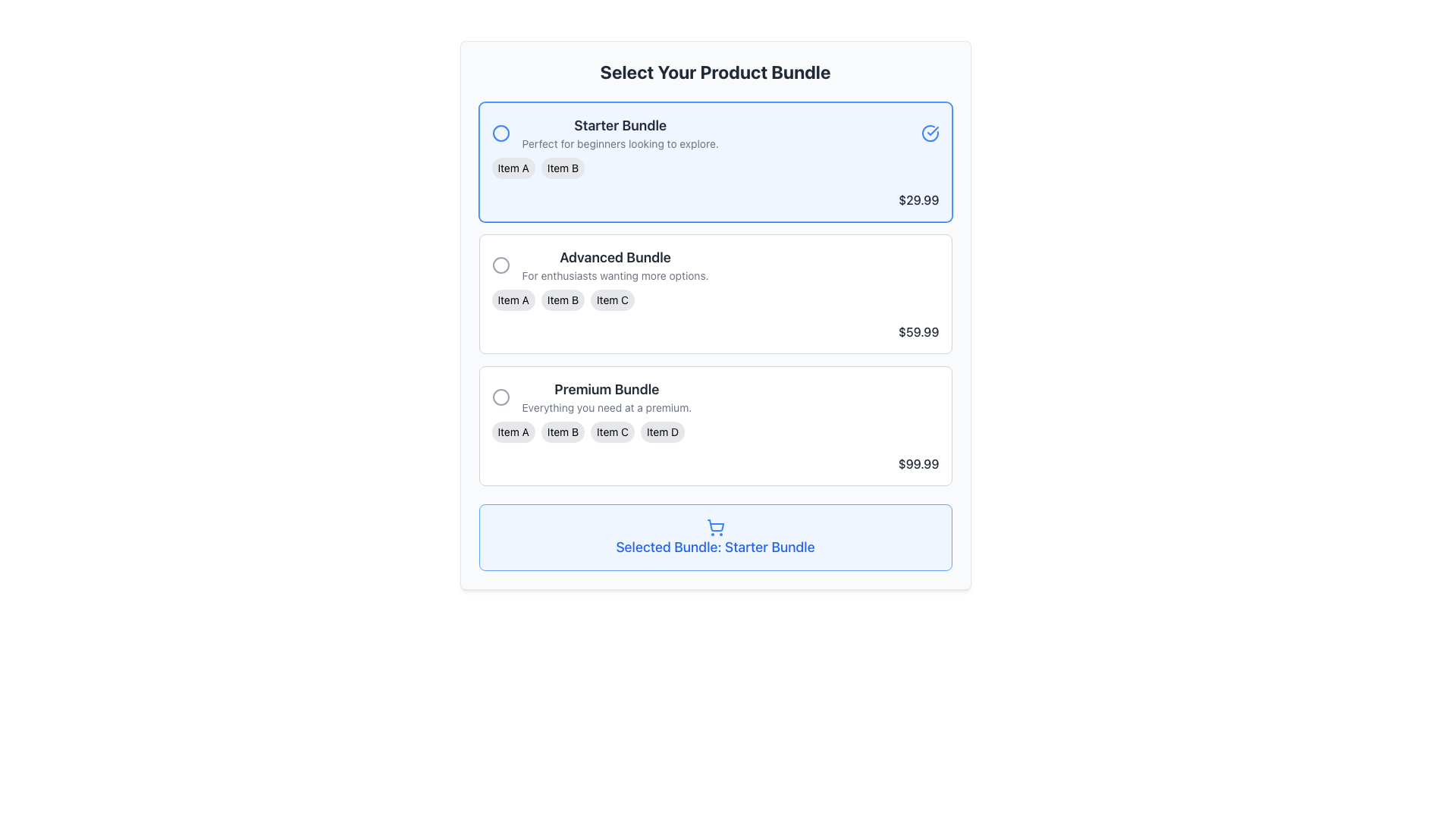 The height and width of the screenshot is (819, 1456). Describe the element at coordinates (500, 397) in the screenshot. I see `the circular icon next to the 'Premium Bundle' option in the pricing interface` at that location.